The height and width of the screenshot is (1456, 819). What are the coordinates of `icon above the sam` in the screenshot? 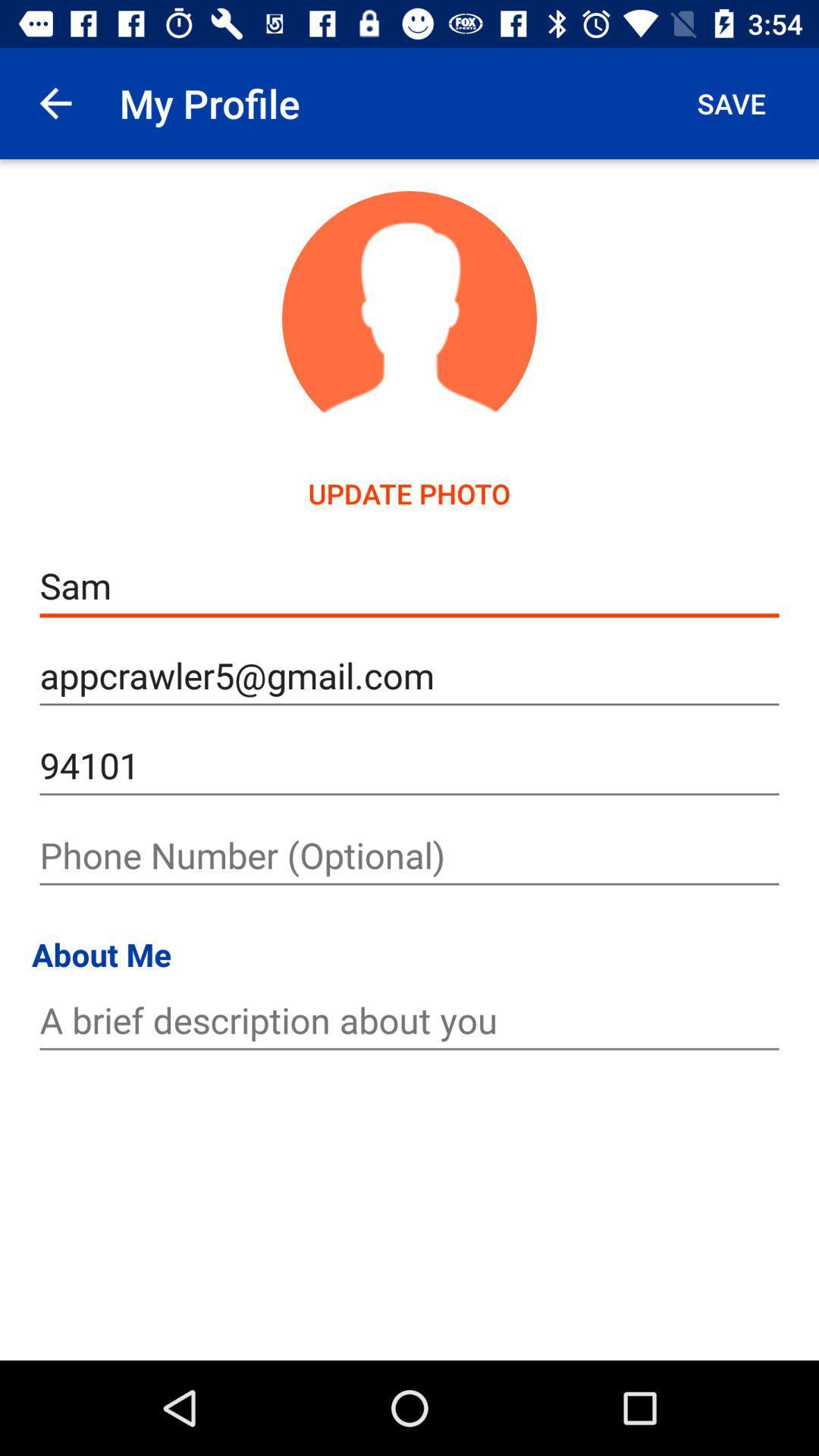 It's located at (409, 494).